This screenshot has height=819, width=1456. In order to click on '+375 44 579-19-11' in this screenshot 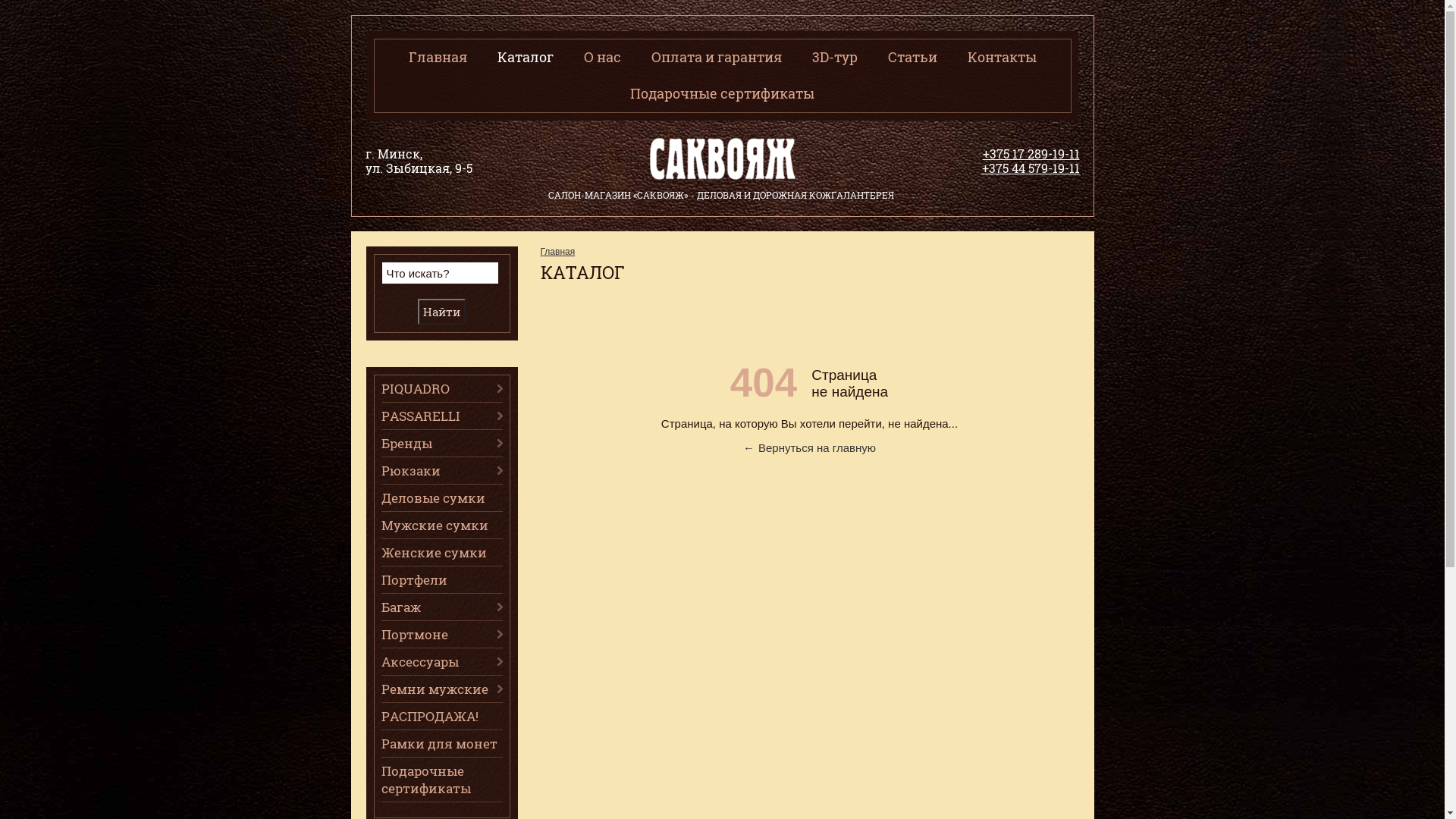, I will do `click(1030, 168)`.